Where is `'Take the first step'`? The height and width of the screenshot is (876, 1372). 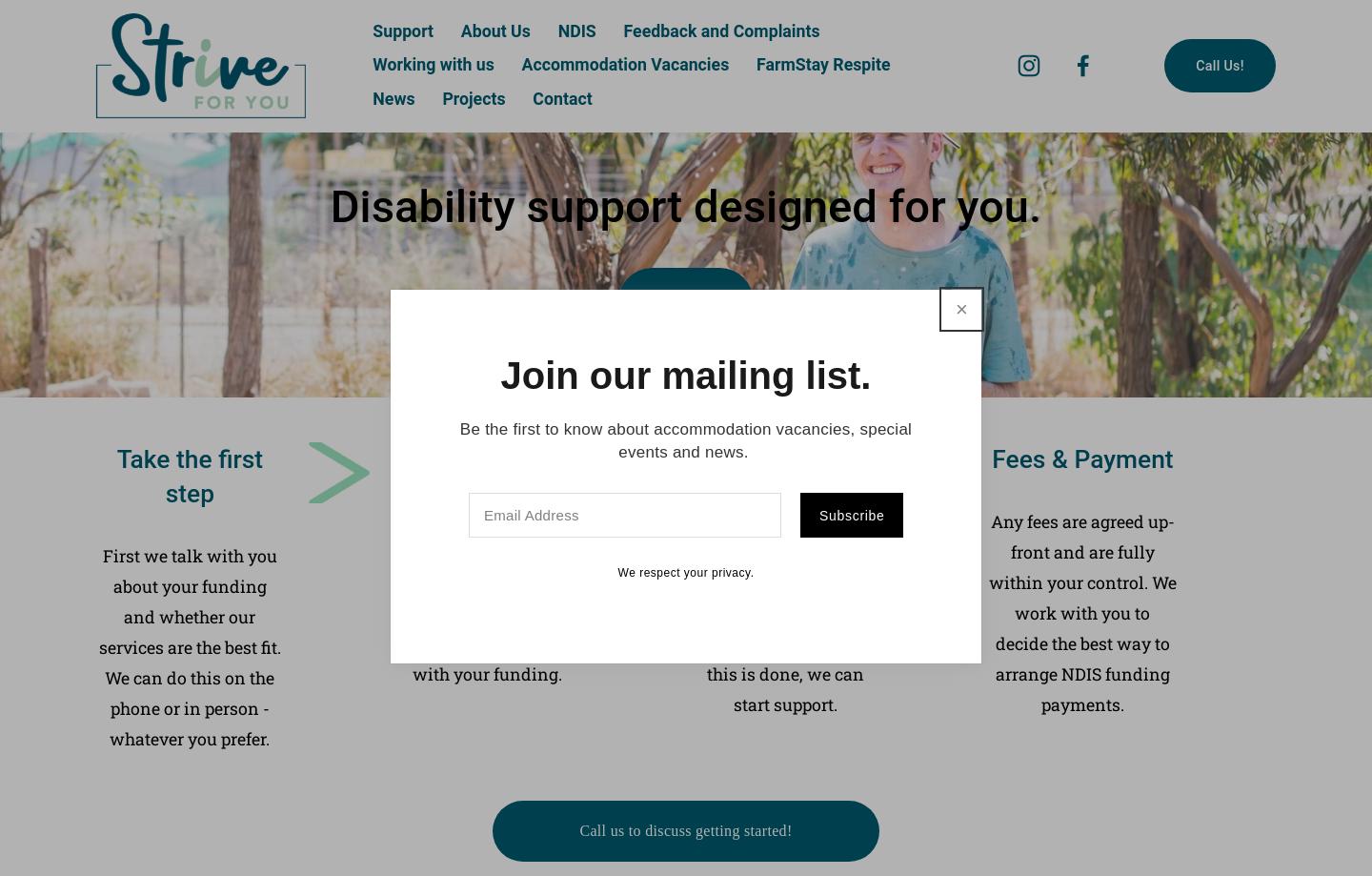
'Take the first step' is located at coordinates (114, 476).